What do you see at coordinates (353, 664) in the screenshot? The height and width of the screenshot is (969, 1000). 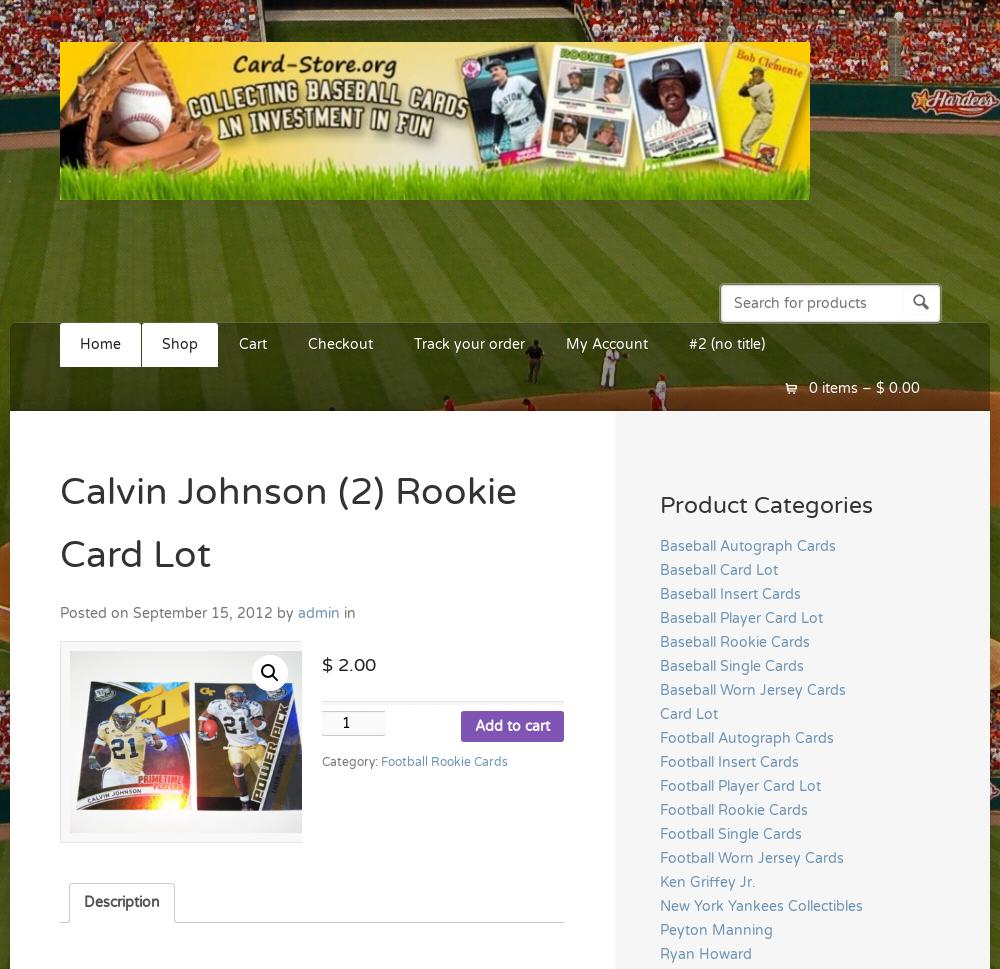 I see `'2.00'` at bounding box center [353, 664].